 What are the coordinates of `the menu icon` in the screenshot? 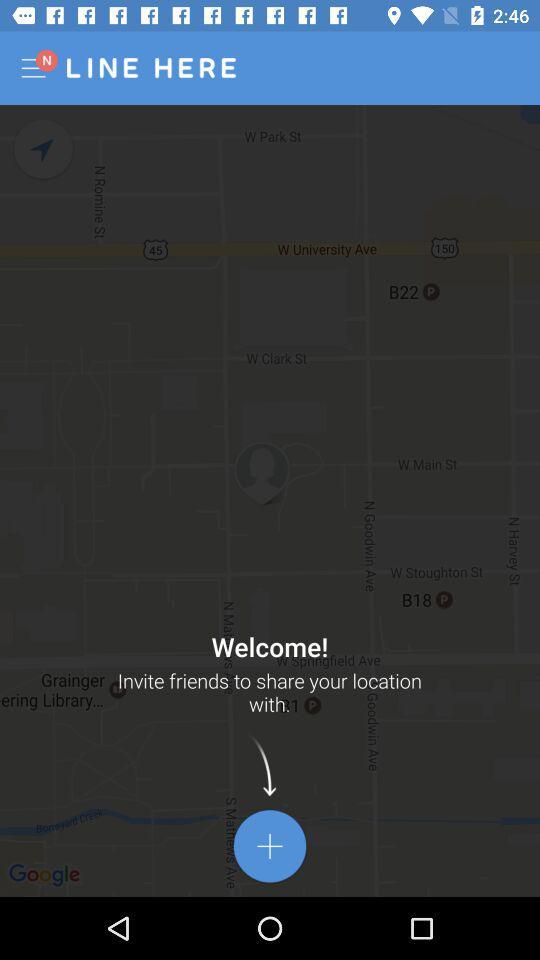 It's located at (35, 68).